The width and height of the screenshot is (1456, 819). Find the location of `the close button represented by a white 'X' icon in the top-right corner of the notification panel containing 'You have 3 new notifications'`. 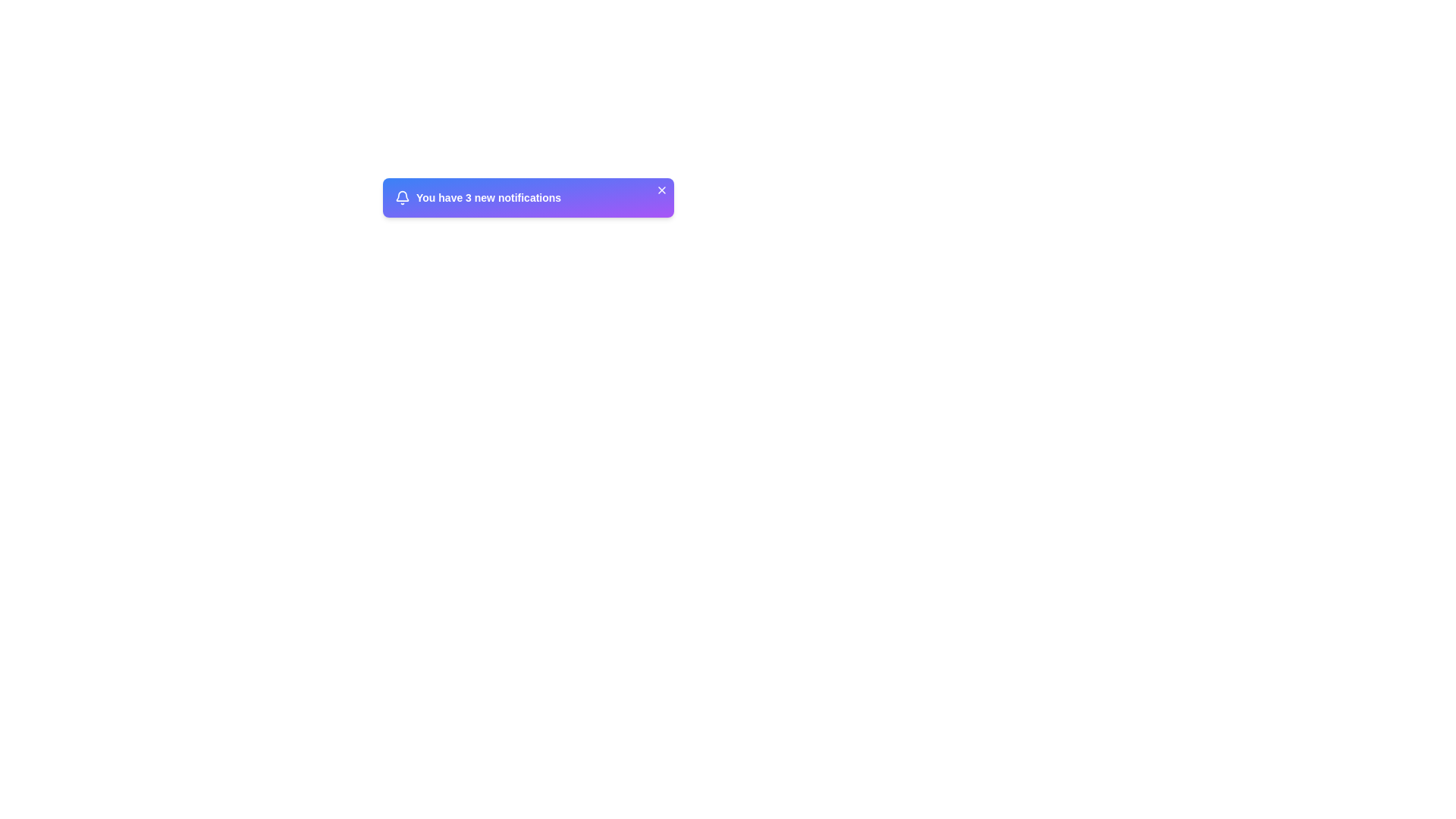

the close button represented by a white 'X' icon in the top-right corner of the notification panel containing 'You have 3 new notifications' is located at coordinates (662, 189).